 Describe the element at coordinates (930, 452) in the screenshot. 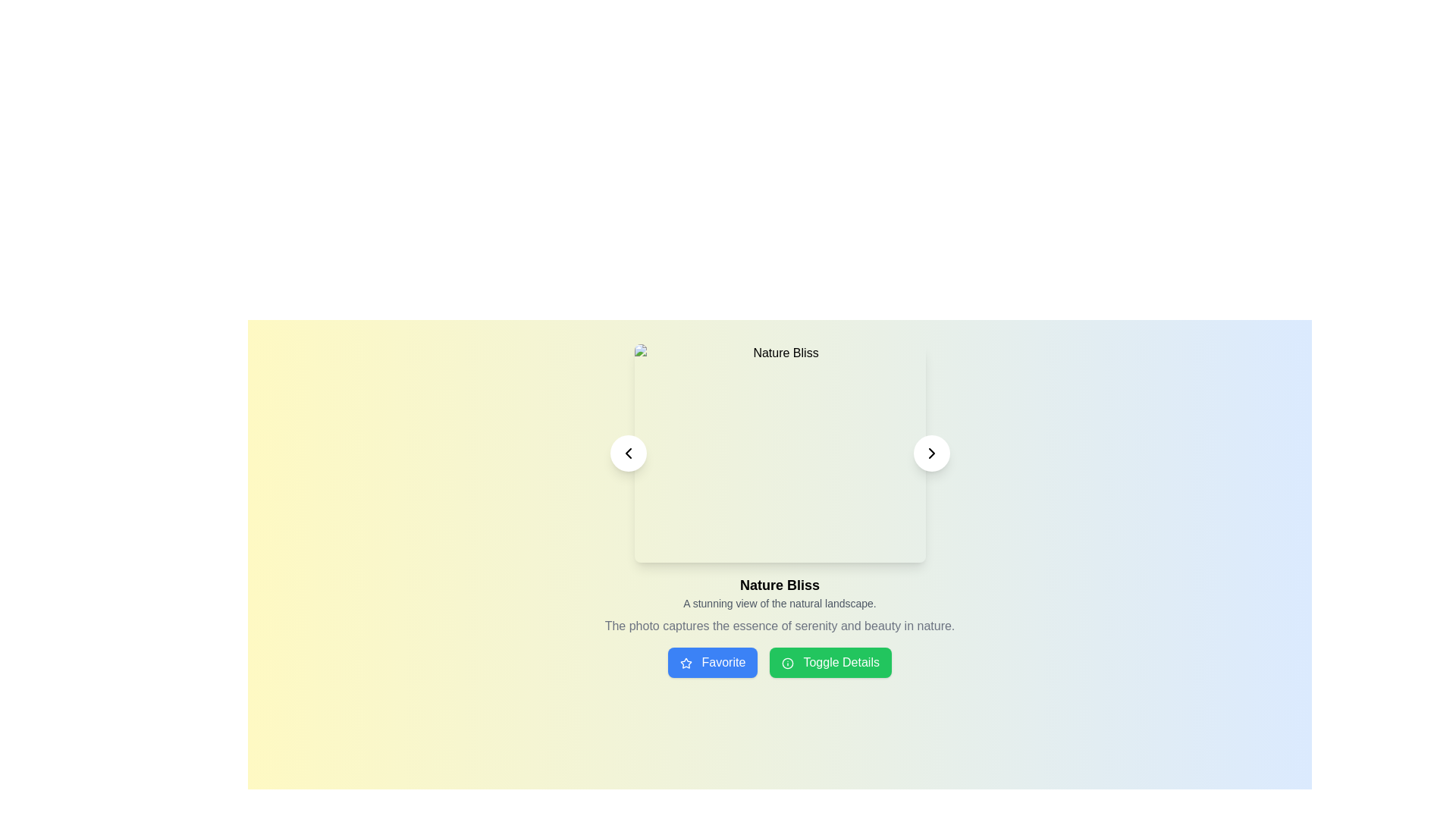

I see `the small circular button with a white background and a black rightward chevron arrow icon` at that location.